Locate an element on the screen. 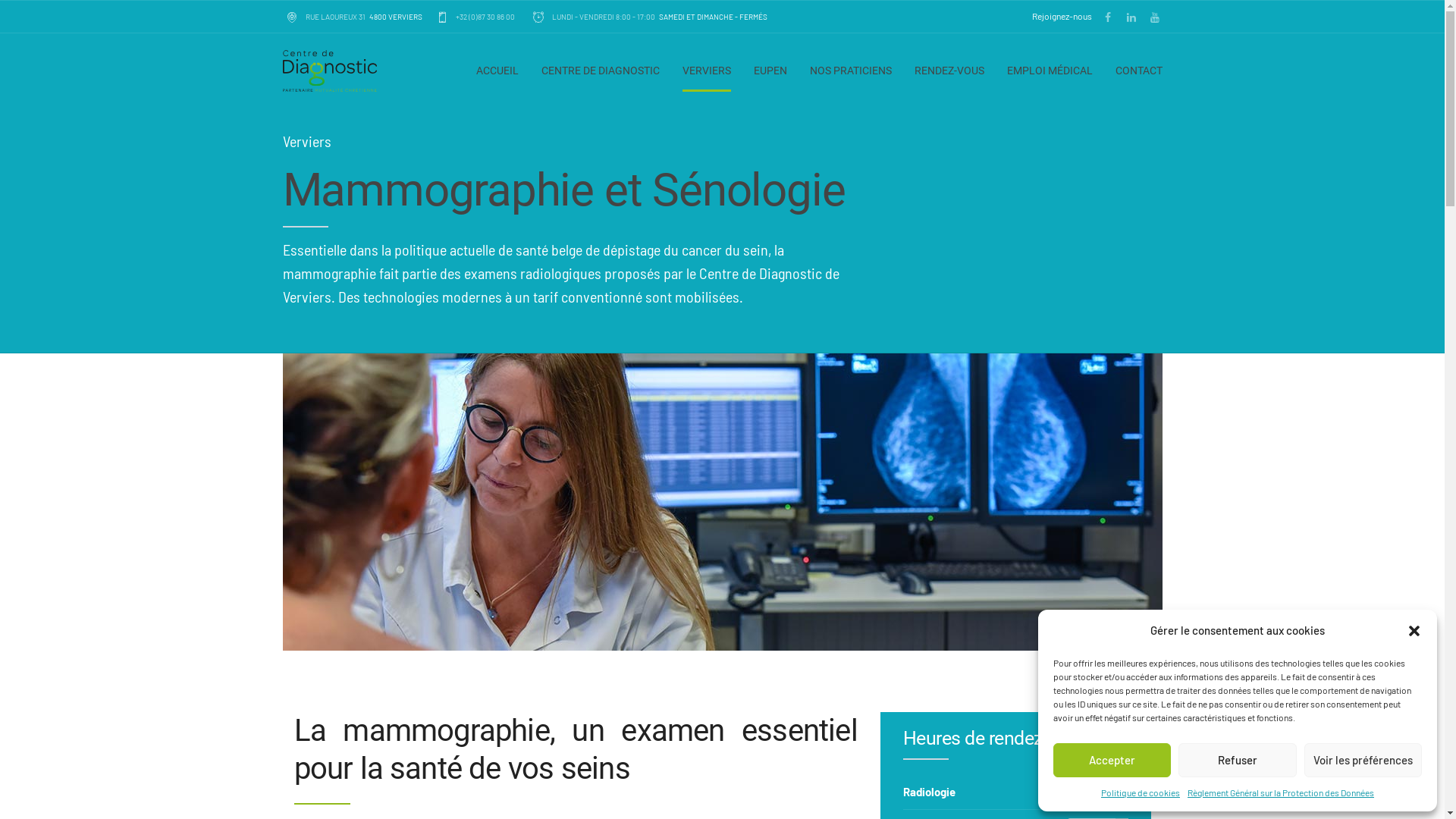 This screenshot has height=819, width=1456. 'Refuser' is located at coordinates (1237, 760).